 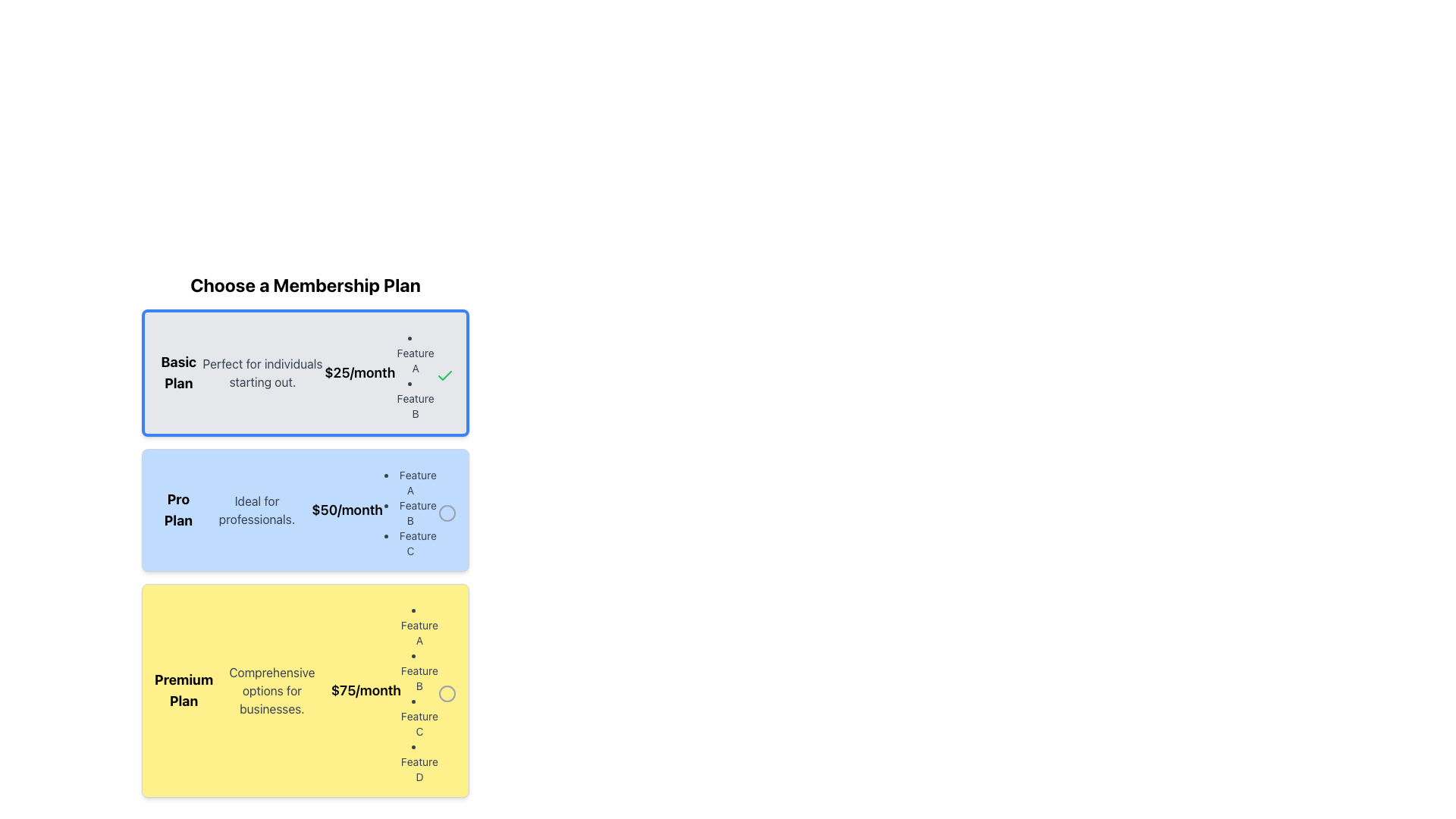 What do you see at coordinates (347, 510) in the screenshot?
I see `the Text Label displaying the subscription price '$50/month', which is prominently featured in bold font within the Pro Plan card, located below the phrase 'Ideal for professionals.'` at bounding box center [347, 510].